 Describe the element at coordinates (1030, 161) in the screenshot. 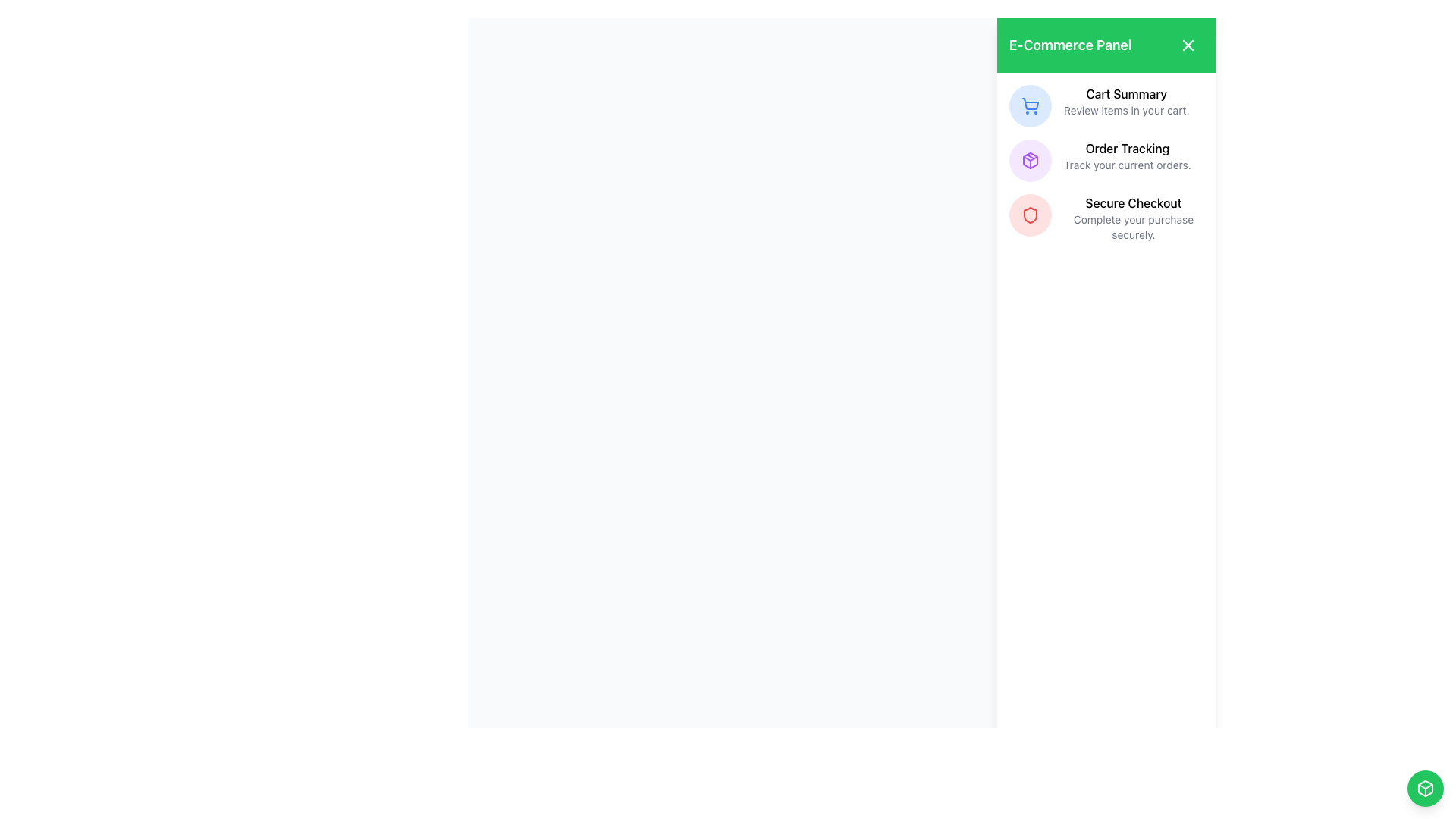

I see `the SVG graphic icon representing 'Order Tracking'` at that location.